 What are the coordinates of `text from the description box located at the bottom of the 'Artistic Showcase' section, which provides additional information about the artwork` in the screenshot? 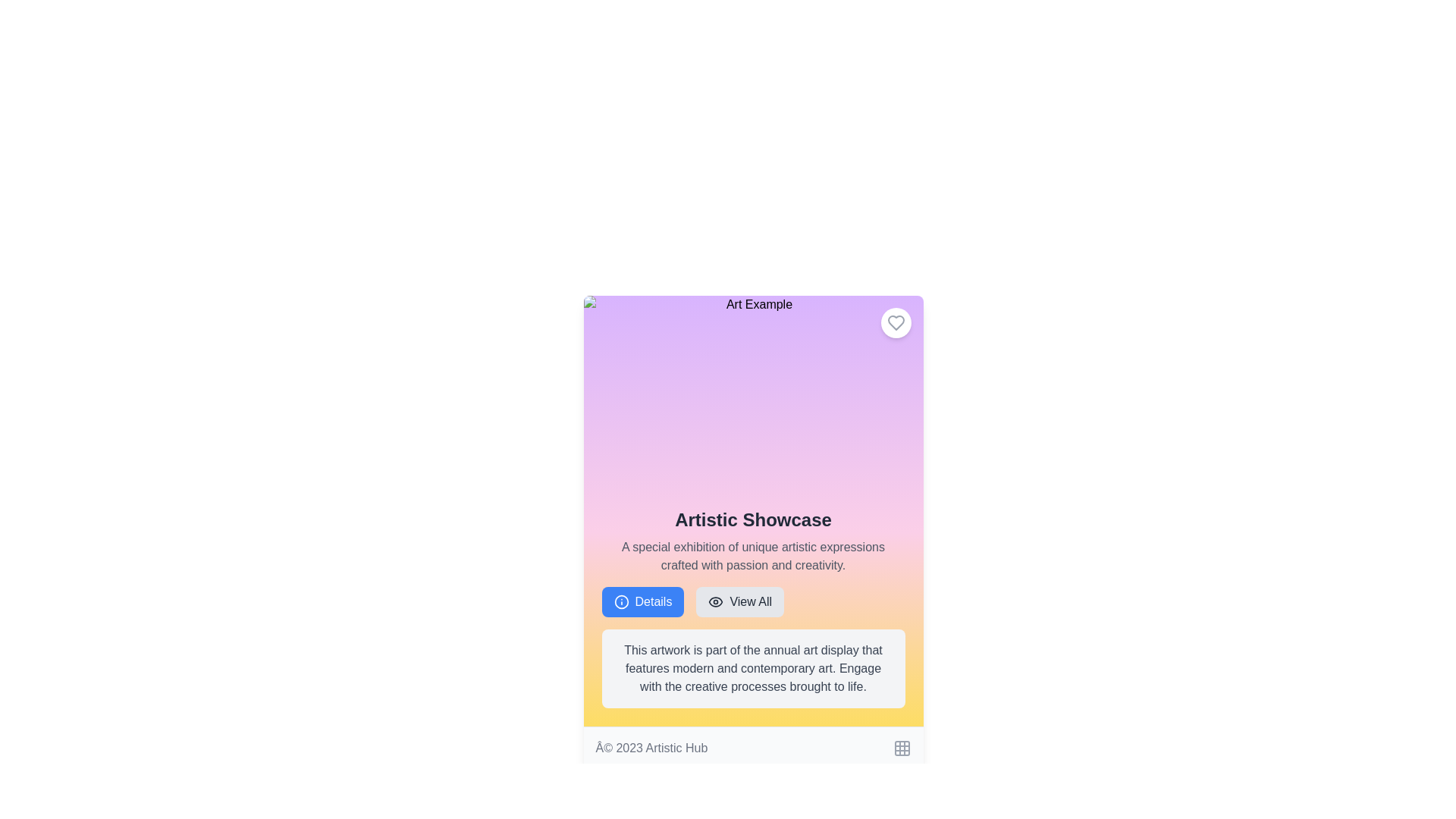 It's located at (753, 668).